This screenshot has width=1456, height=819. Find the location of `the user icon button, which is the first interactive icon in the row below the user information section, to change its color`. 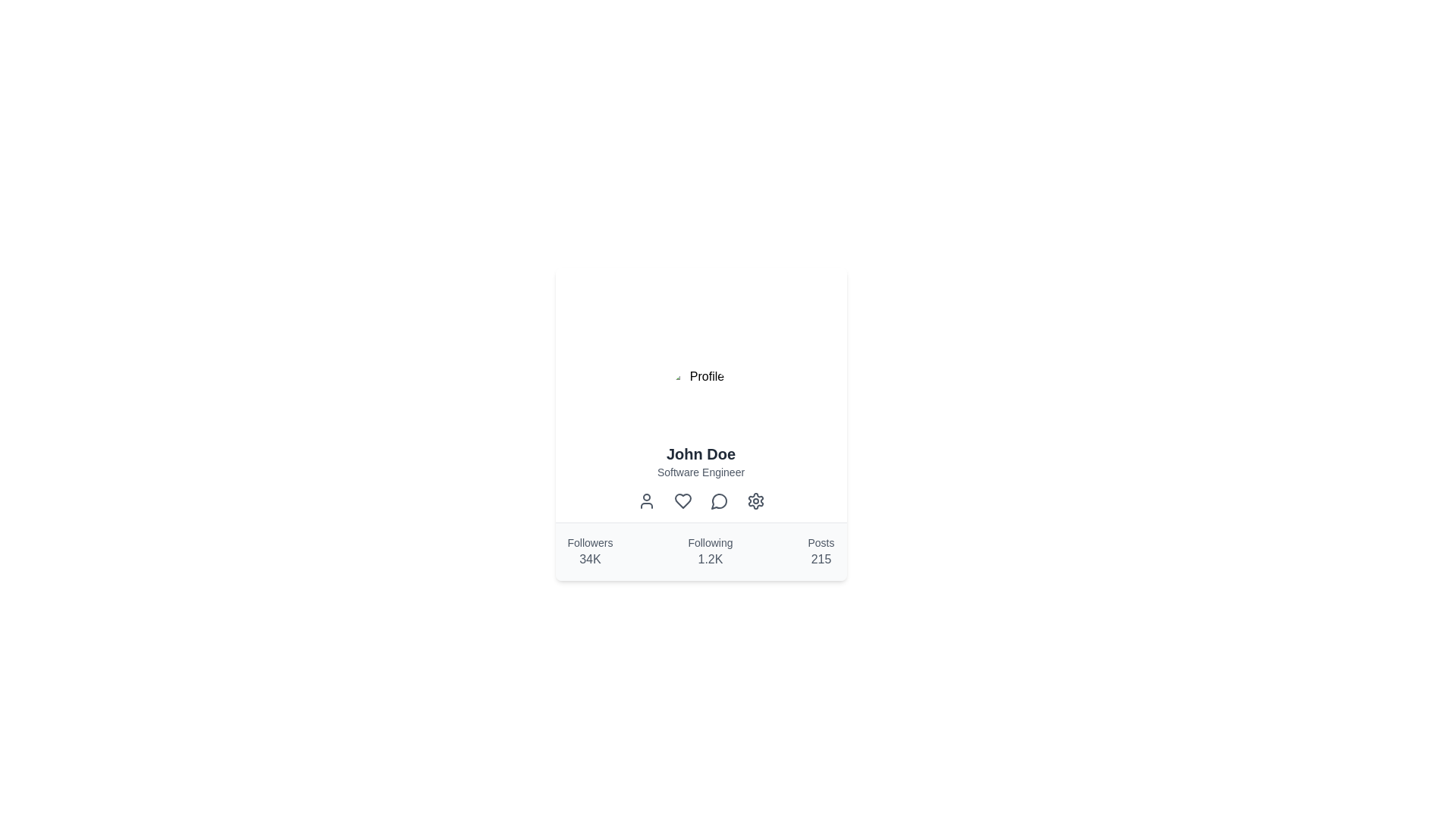

the user icon button, which is the first interactive icon in the row below the user information section, to change its color is located at coordinates (646, 500).